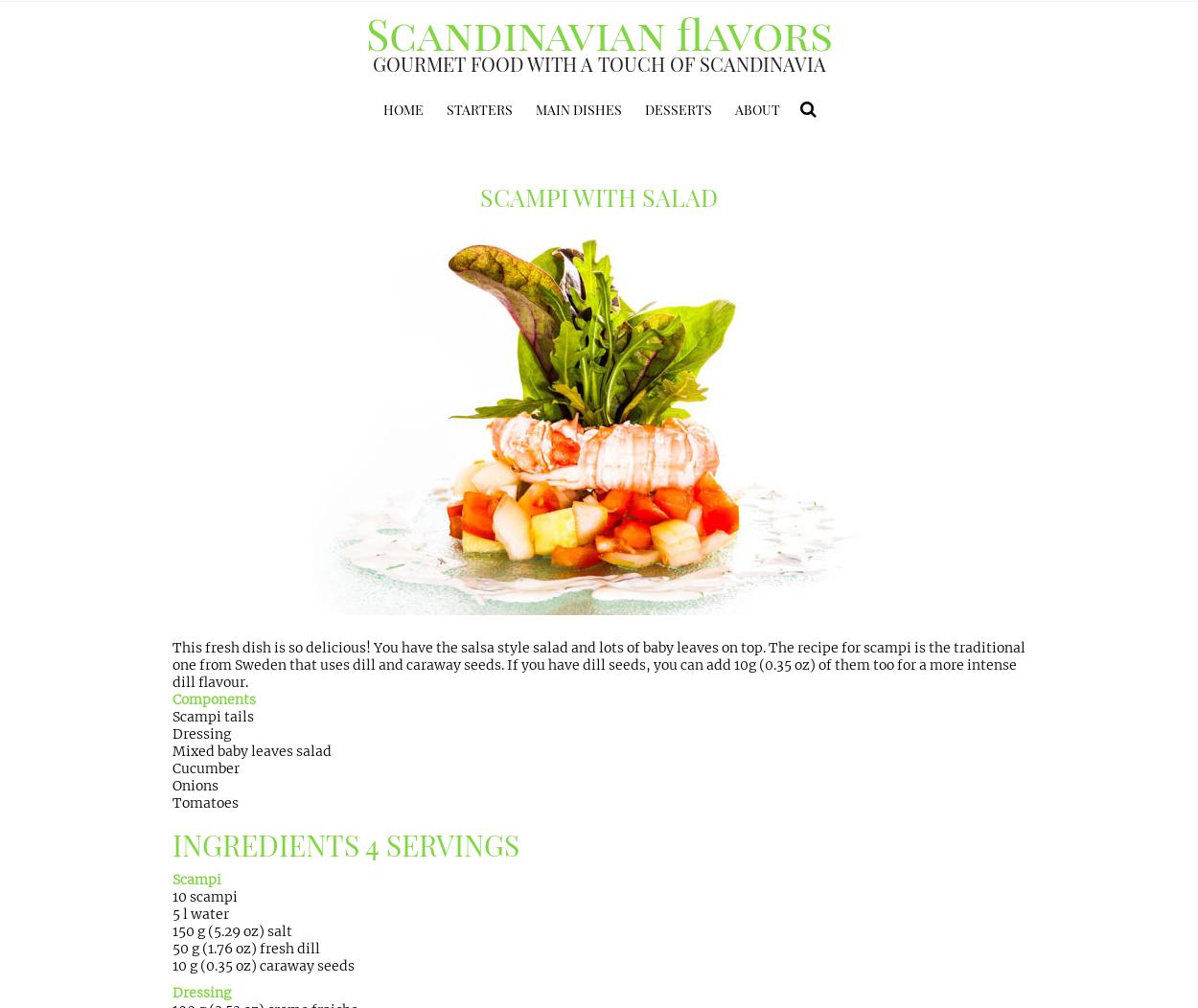 The image size is (1198, 1008). Describe the element at coordinates (173, 699) in the screenshot. I see `'Components'` at that location.